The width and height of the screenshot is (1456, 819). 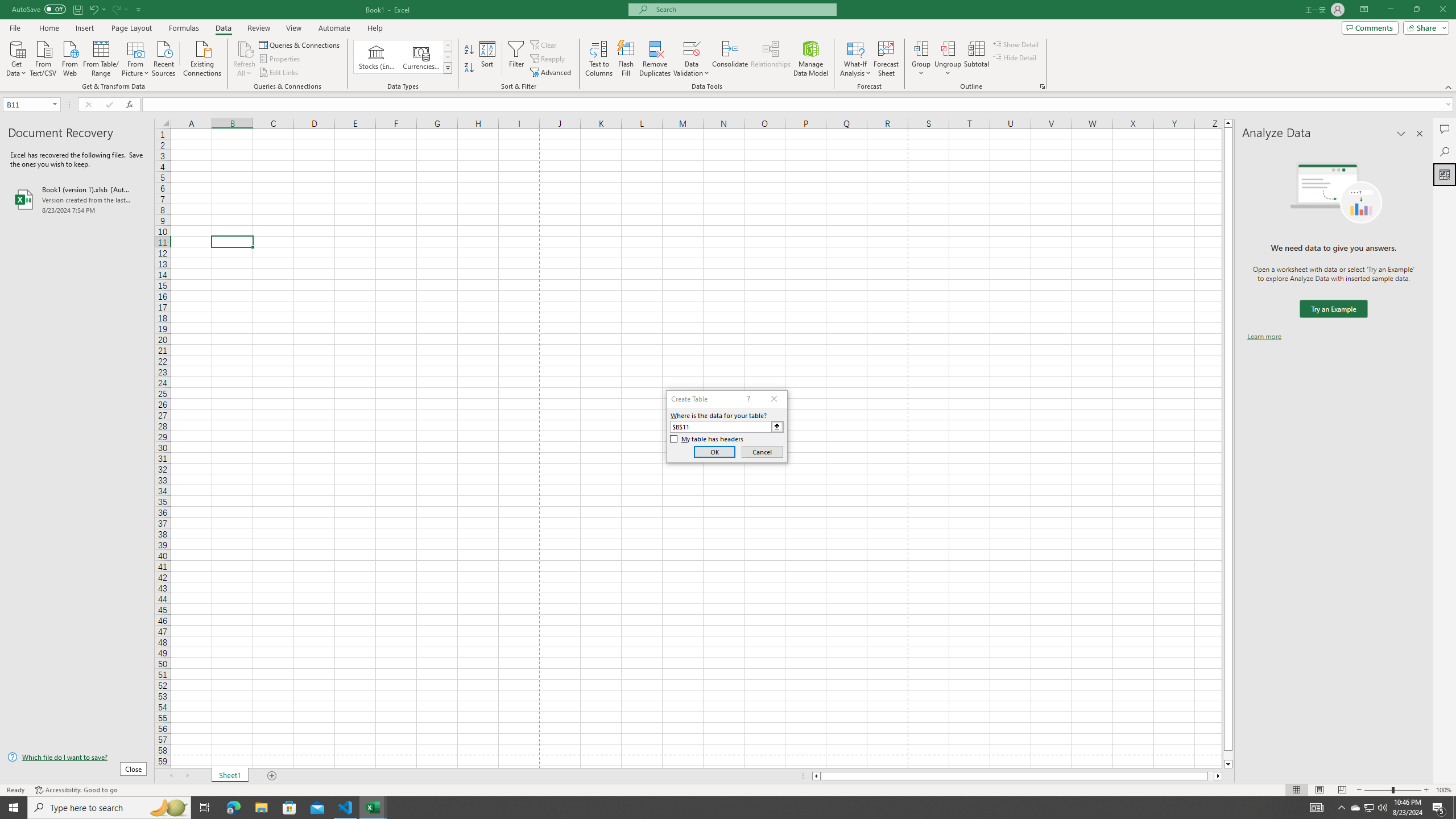 I want to click on 'Data Types', so click(x=448, y=67).